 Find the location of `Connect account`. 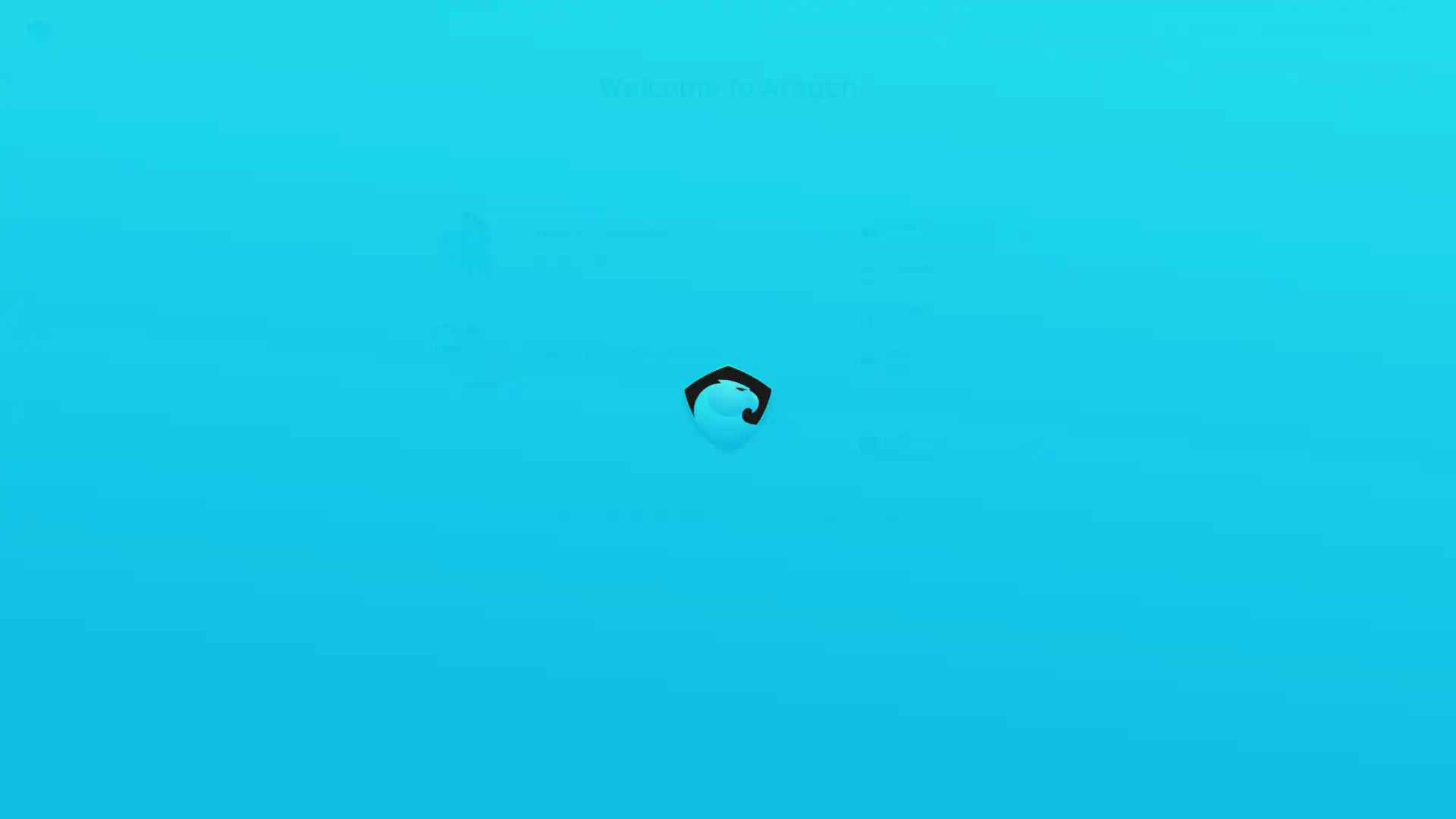

Connect account is located at coordinates (1327, 23).